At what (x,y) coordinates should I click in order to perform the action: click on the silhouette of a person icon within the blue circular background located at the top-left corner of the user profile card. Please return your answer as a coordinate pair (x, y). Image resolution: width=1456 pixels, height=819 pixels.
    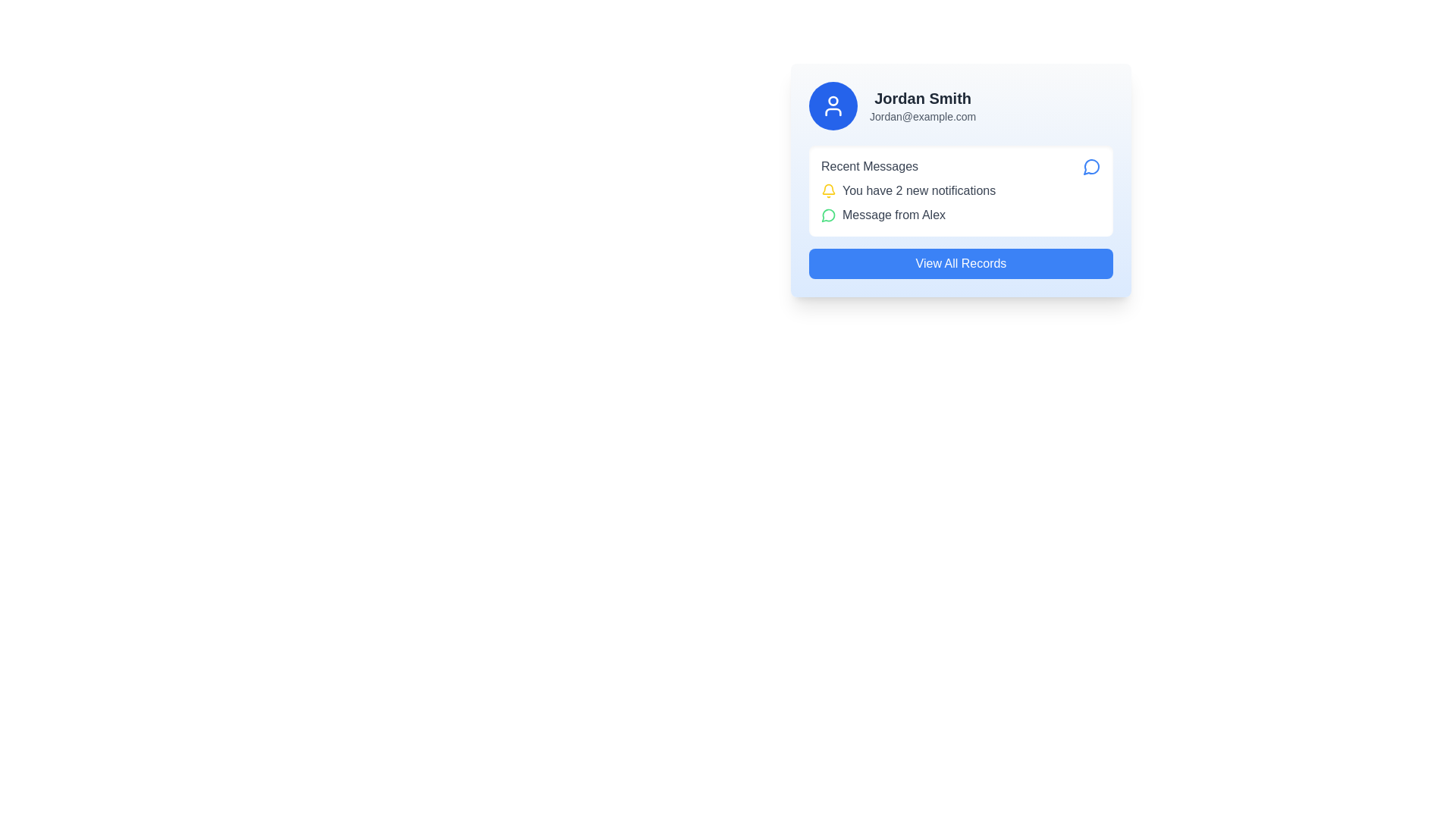
    Looking at the image, I should click on (833, 111).